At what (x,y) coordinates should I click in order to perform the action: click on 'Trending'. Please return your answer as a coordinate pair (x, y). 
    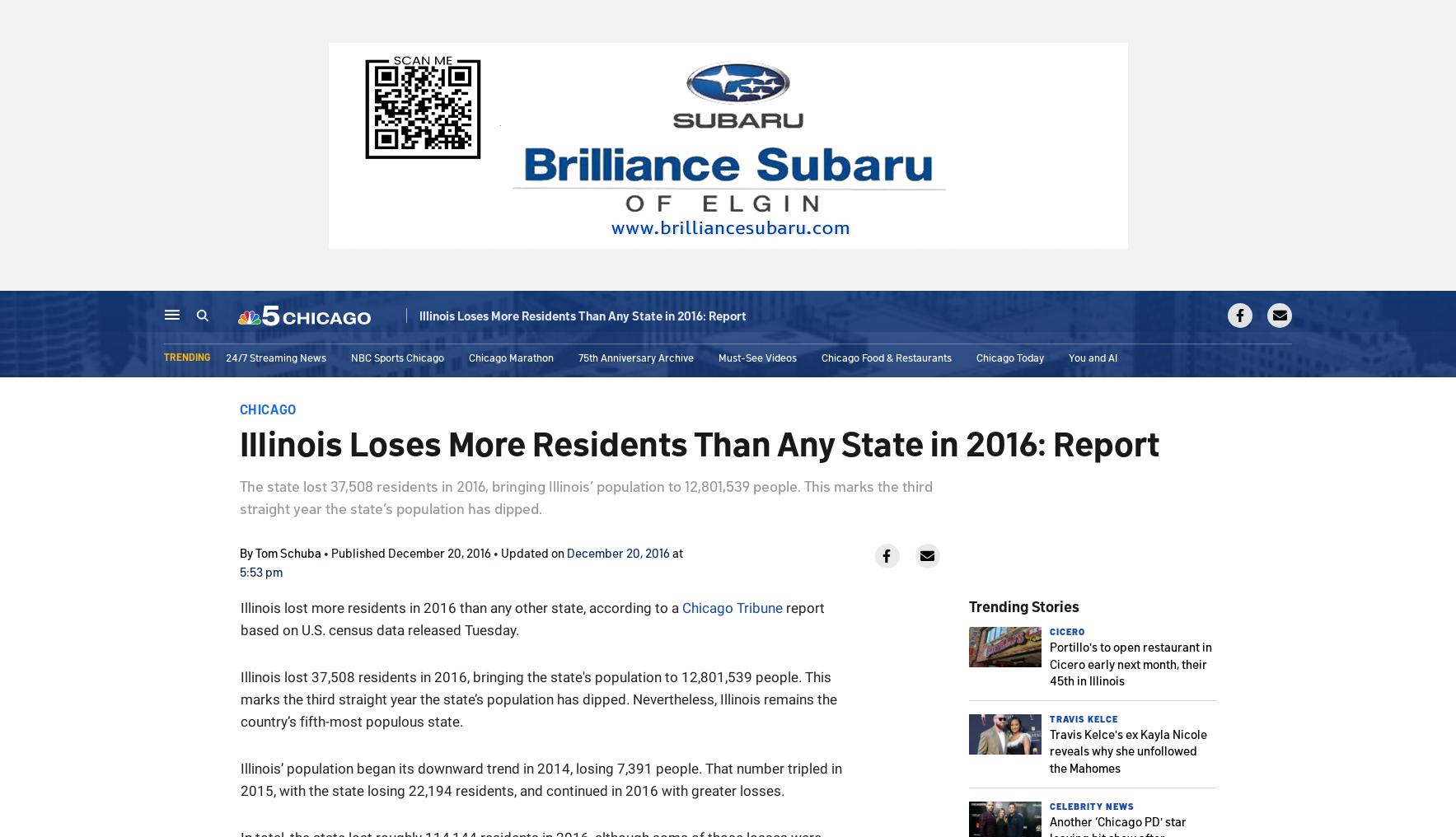
    Looking at the image, I should click on (186, 358).